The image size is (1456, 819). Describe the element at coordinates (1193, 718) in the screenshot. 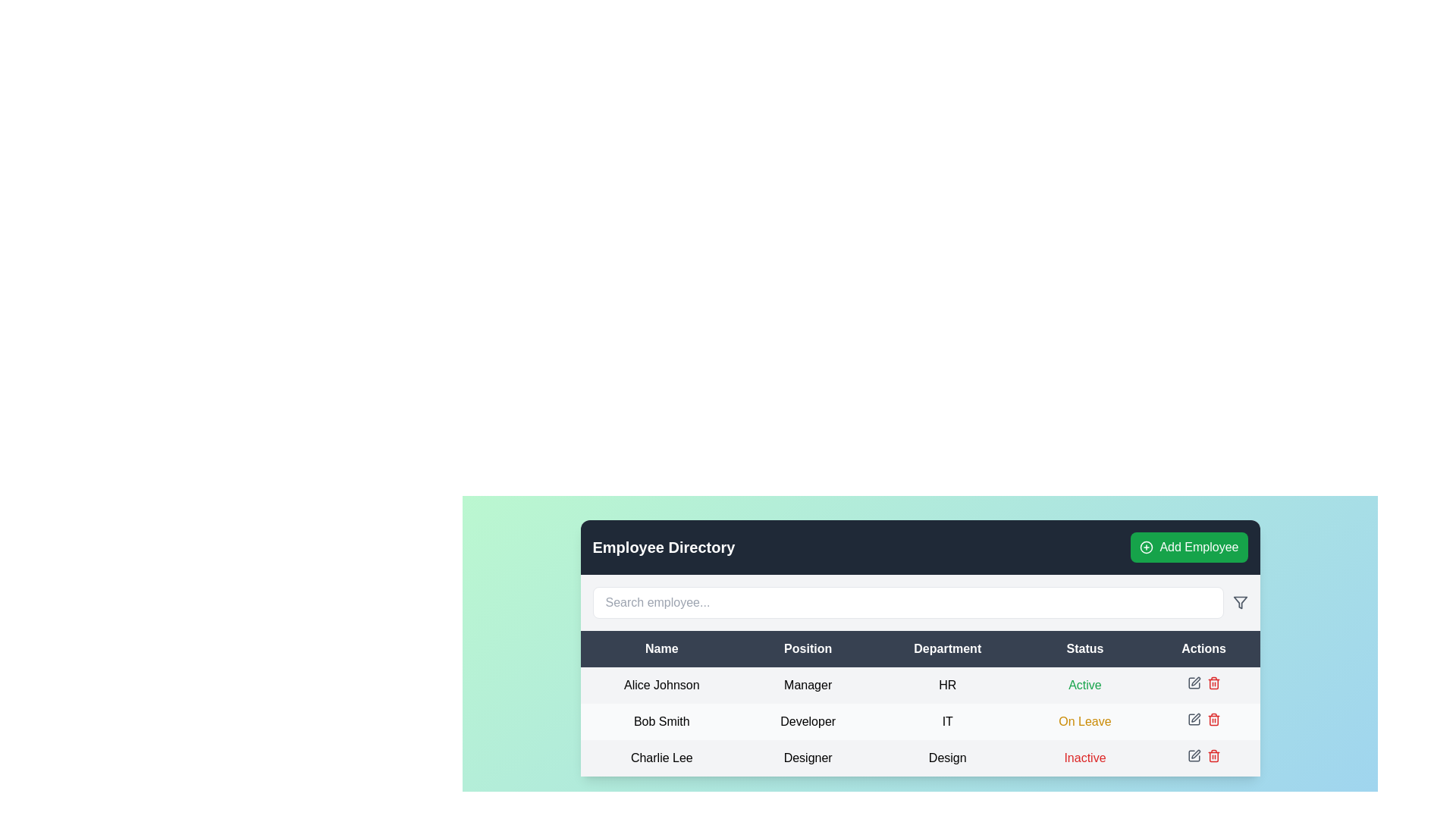

I see `the gray pen icon button located in the actions column of the second row of the table` at that location.